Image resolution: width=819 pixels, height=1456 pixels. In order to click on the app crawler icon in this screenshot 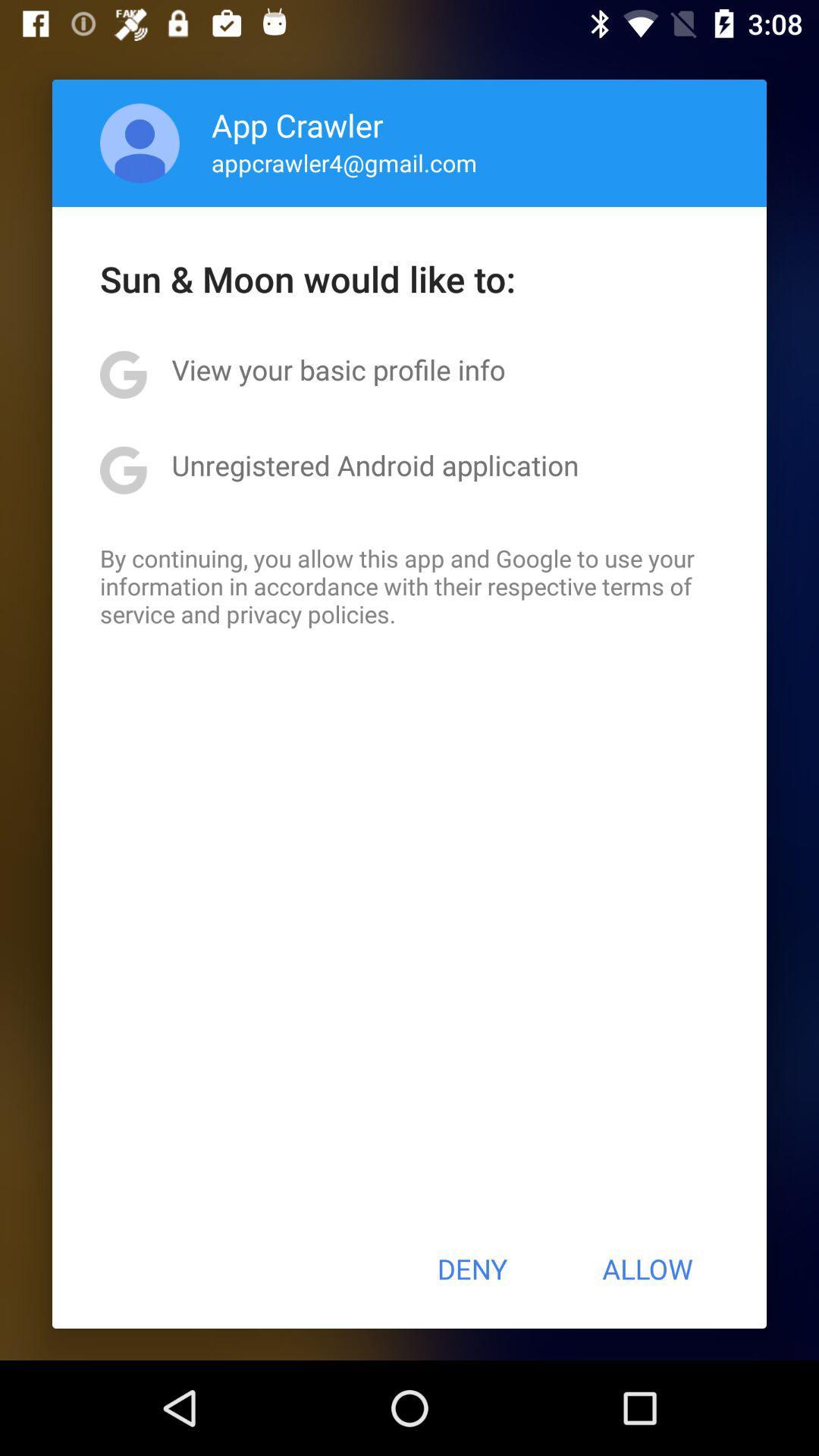, I will do `click(297, 124)`.